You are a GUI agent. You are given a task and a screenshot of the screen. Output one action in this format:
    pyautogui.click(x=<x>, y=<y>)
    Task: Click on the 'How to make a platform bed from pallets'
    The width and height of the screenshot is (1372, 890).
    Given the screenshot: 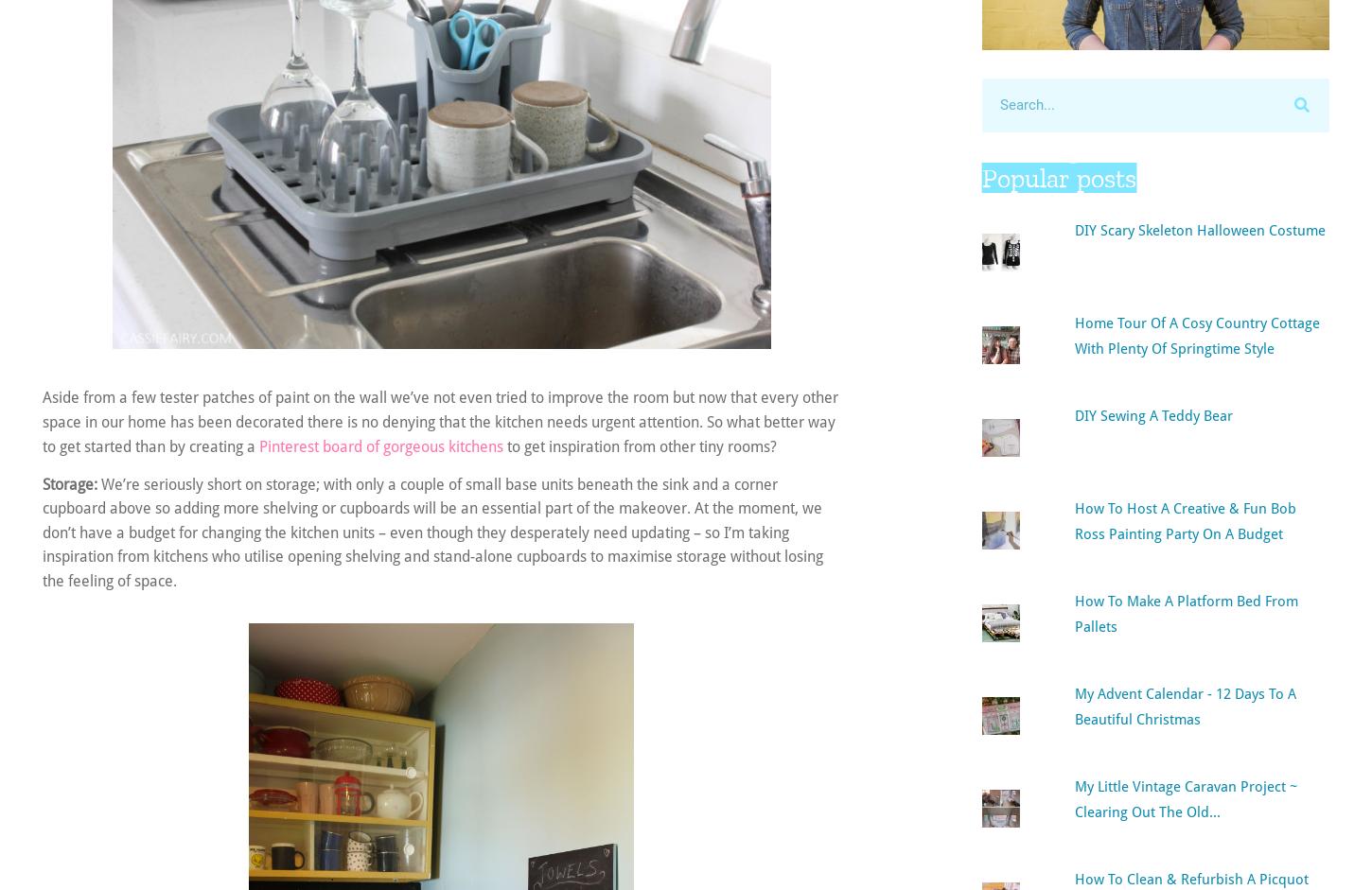 What is the action you would take?
    pyautogui.click(x=1185, y=611)
    